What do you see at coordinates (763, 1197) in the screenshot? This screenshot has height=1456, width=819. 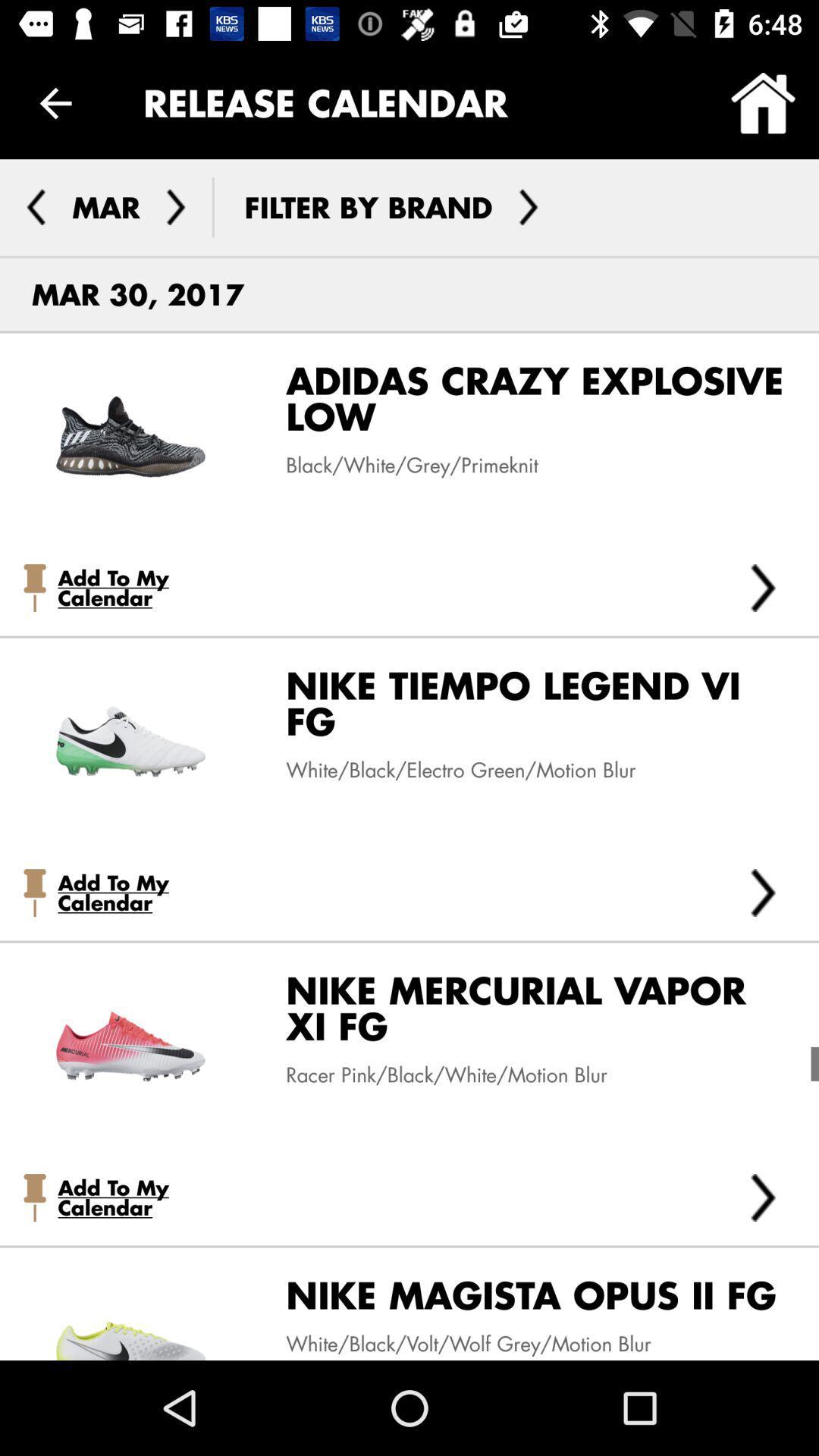 I see `icon at the bottom right corner` at bounding box center [763, 1197].